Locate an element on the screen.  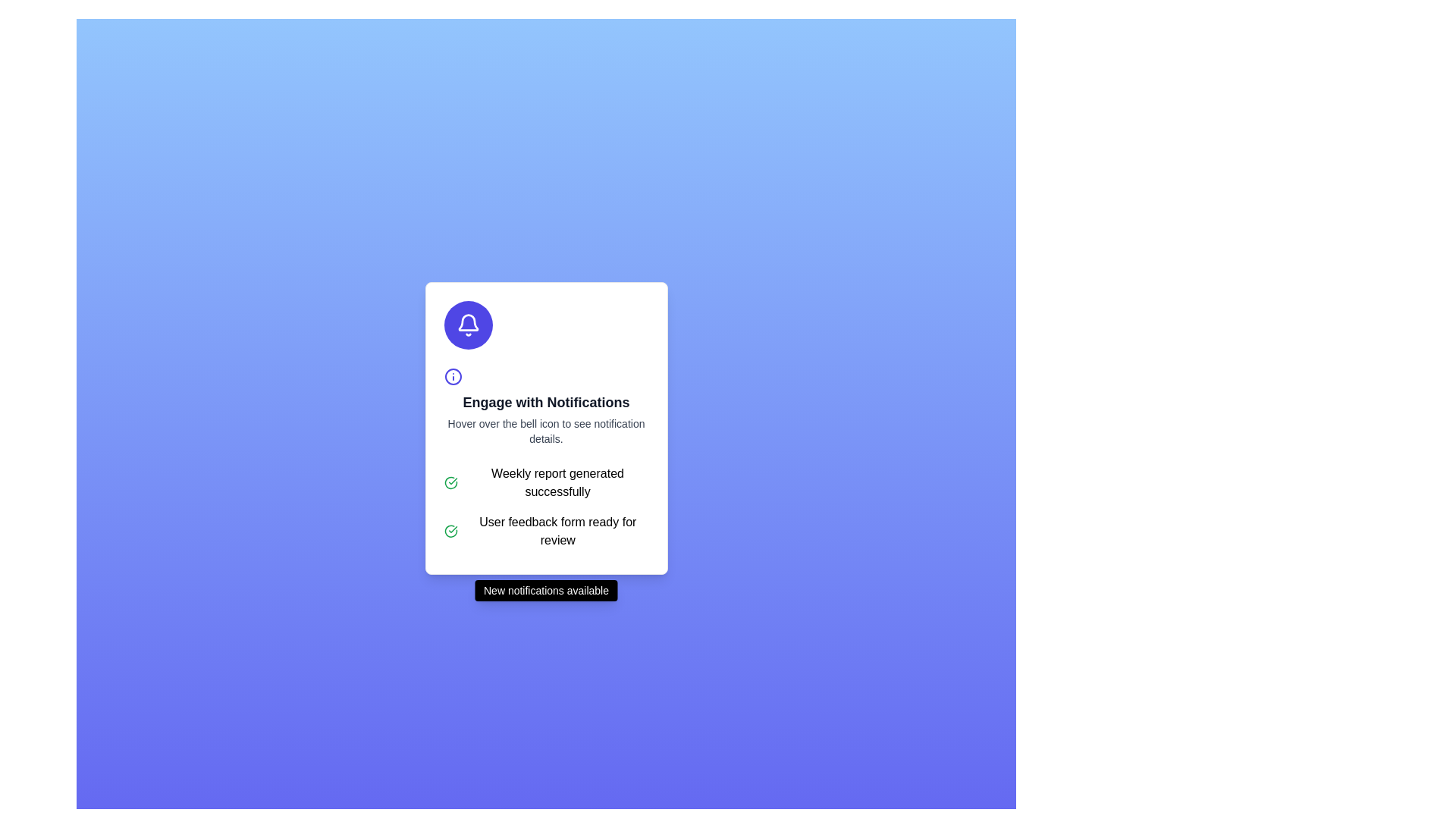
the notification icon located within a circular button at the top-center of the card interface is located at coordinates (467, 324).